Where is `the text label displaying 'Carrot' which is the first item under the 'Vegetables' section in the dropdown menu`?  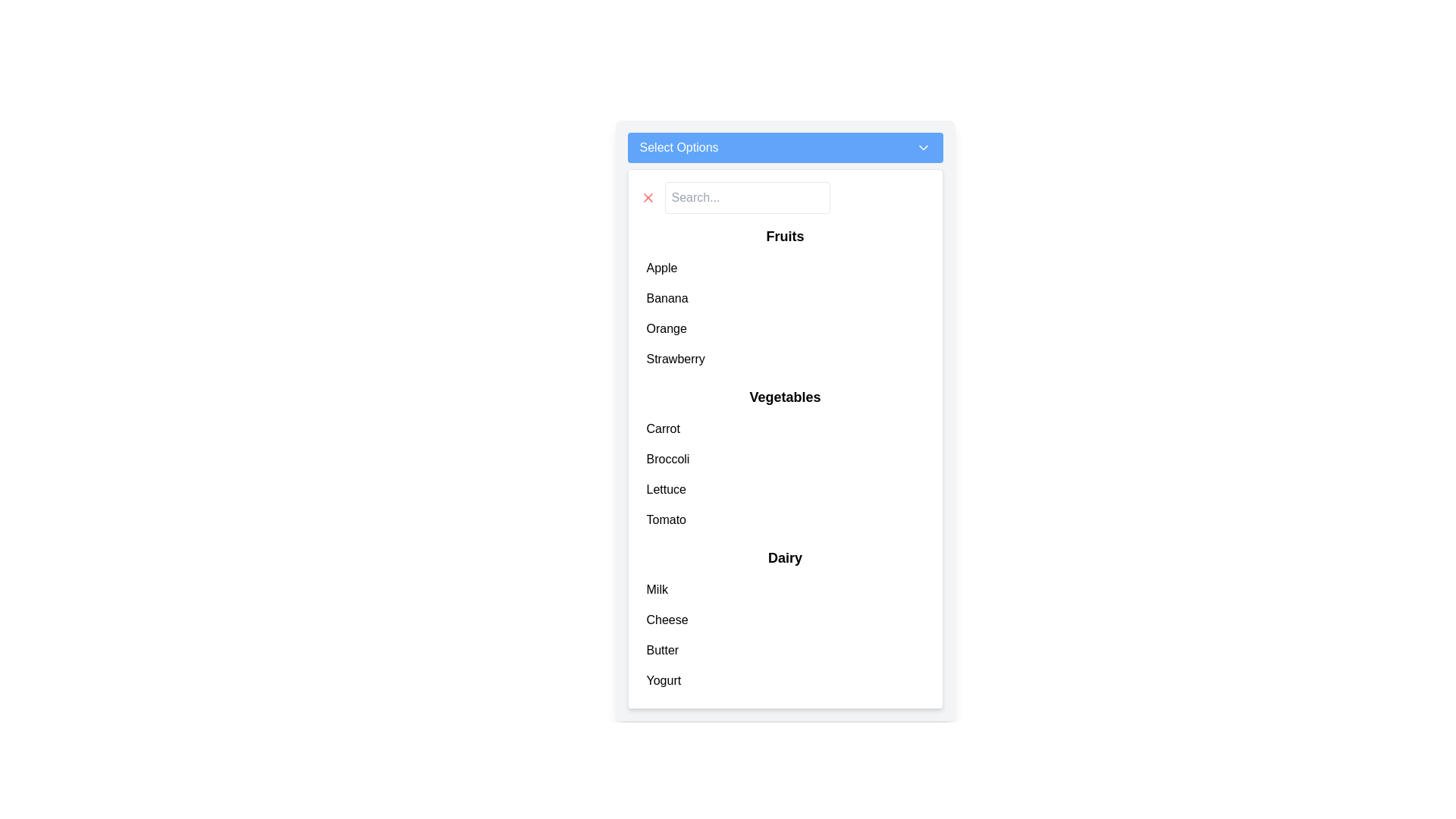
the text label displaying 'Carrot' which is the first item under the 'Vegetables' section in the dropdown menu is located at coordinates (663, 429).